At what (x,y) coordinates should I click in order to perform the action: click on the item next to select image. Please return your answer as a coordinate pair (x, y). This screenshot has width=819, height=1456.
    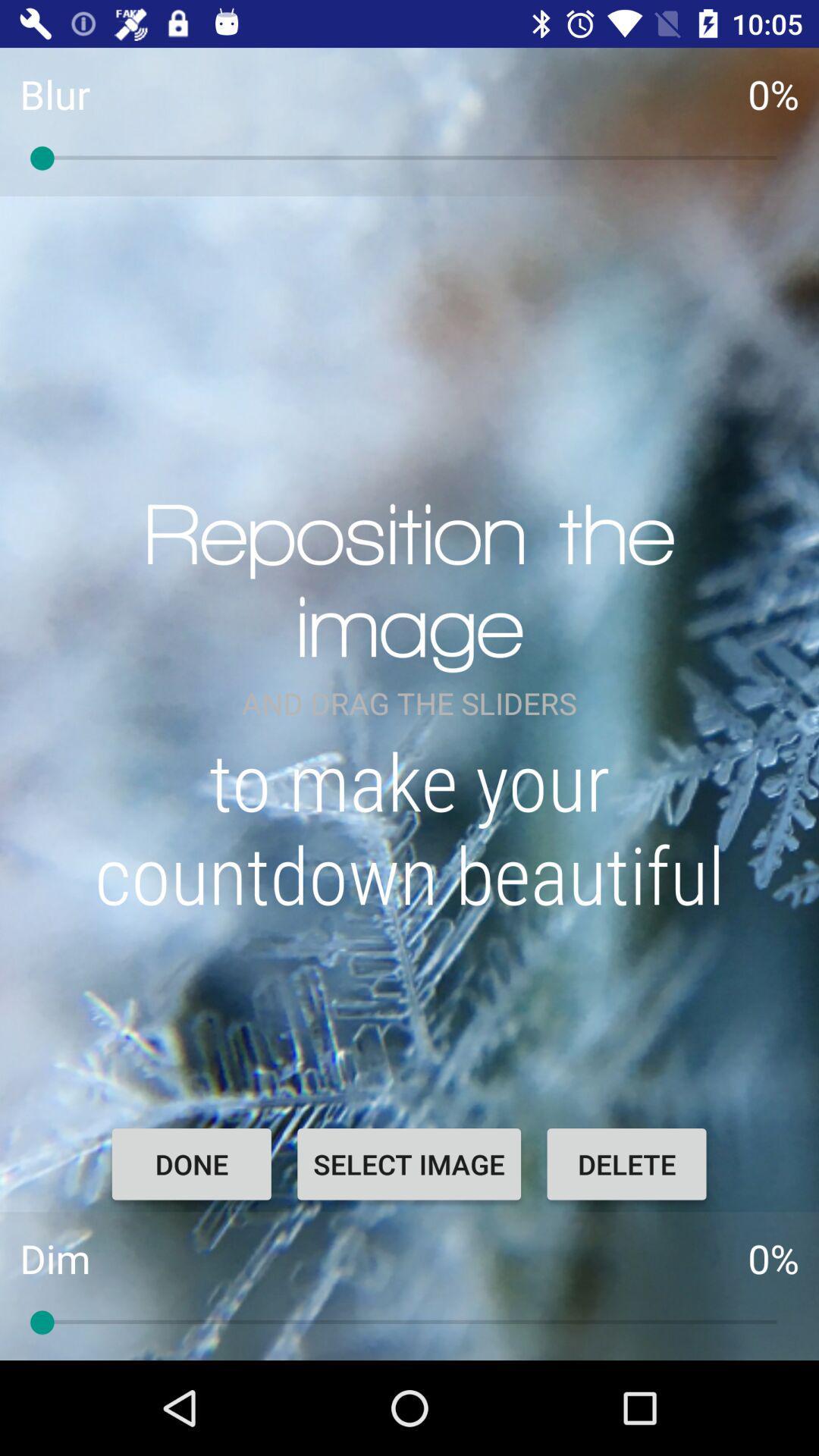
    Looking at the image, I should click on (190, 1163).